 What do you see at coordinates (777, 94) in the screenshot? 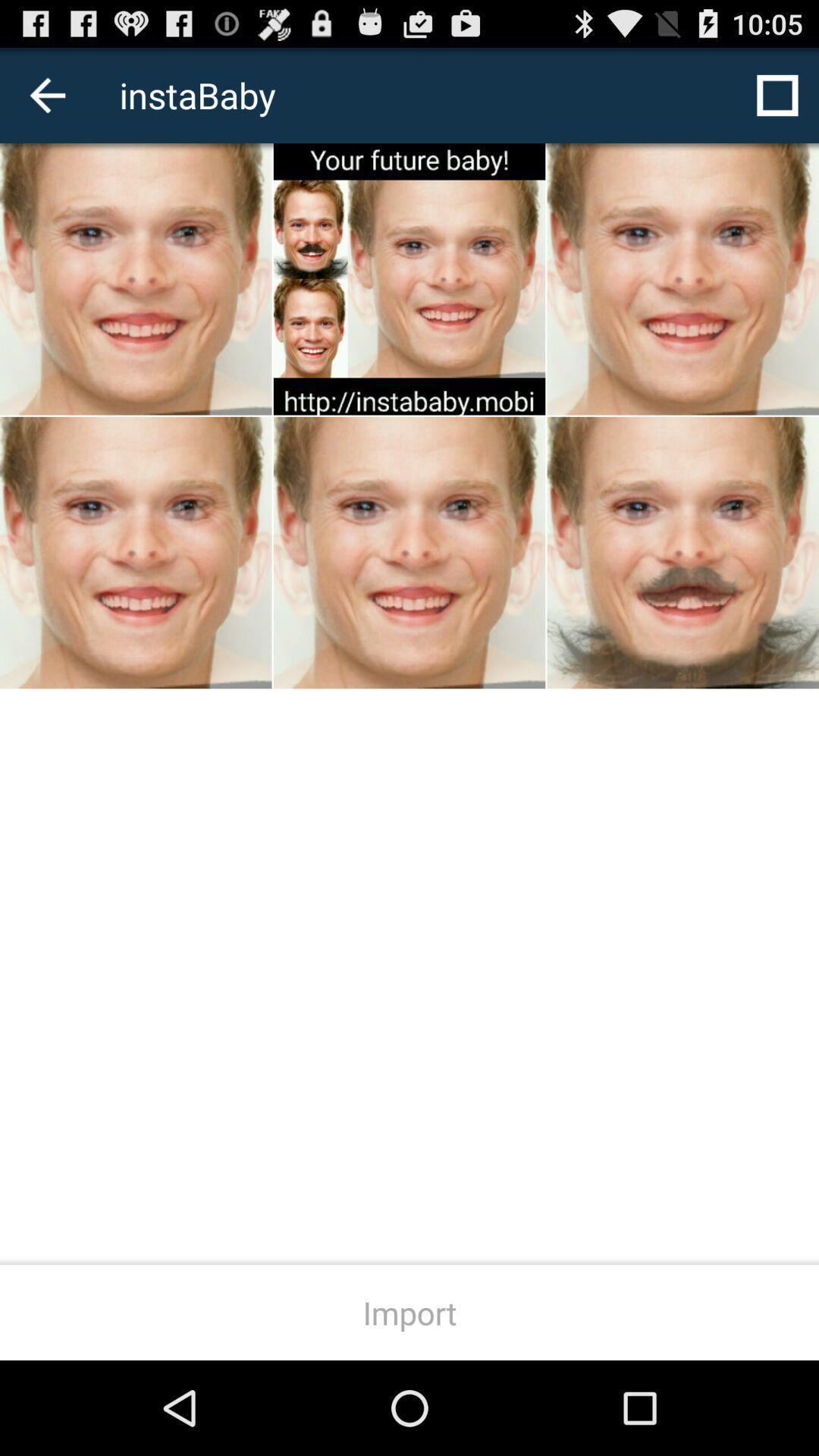
I see `the icon at top right corner` at bounding box center [777, 94].